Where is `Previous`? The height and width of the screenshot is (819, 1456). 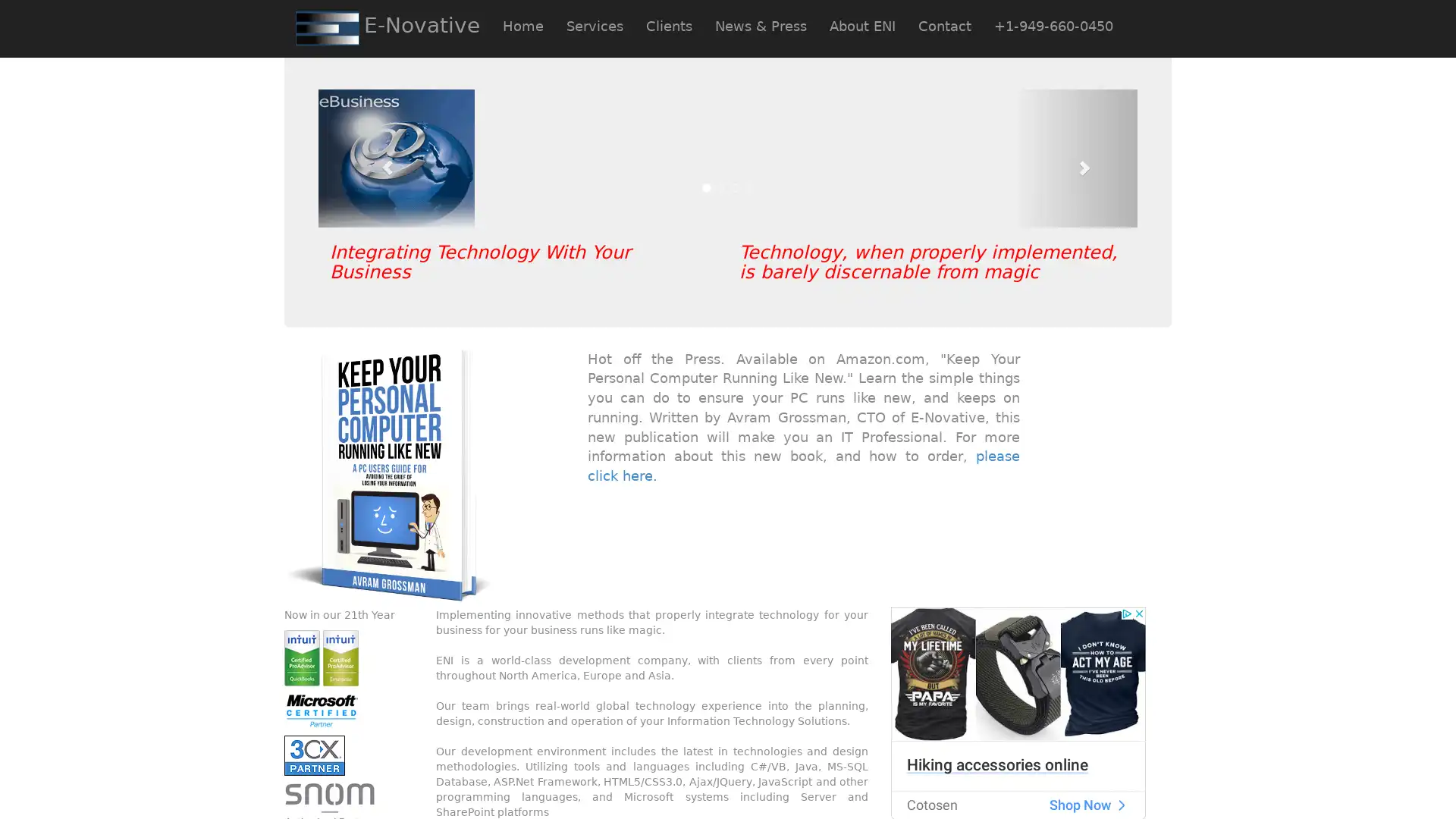 Previous is located at coordinates (379, 158).